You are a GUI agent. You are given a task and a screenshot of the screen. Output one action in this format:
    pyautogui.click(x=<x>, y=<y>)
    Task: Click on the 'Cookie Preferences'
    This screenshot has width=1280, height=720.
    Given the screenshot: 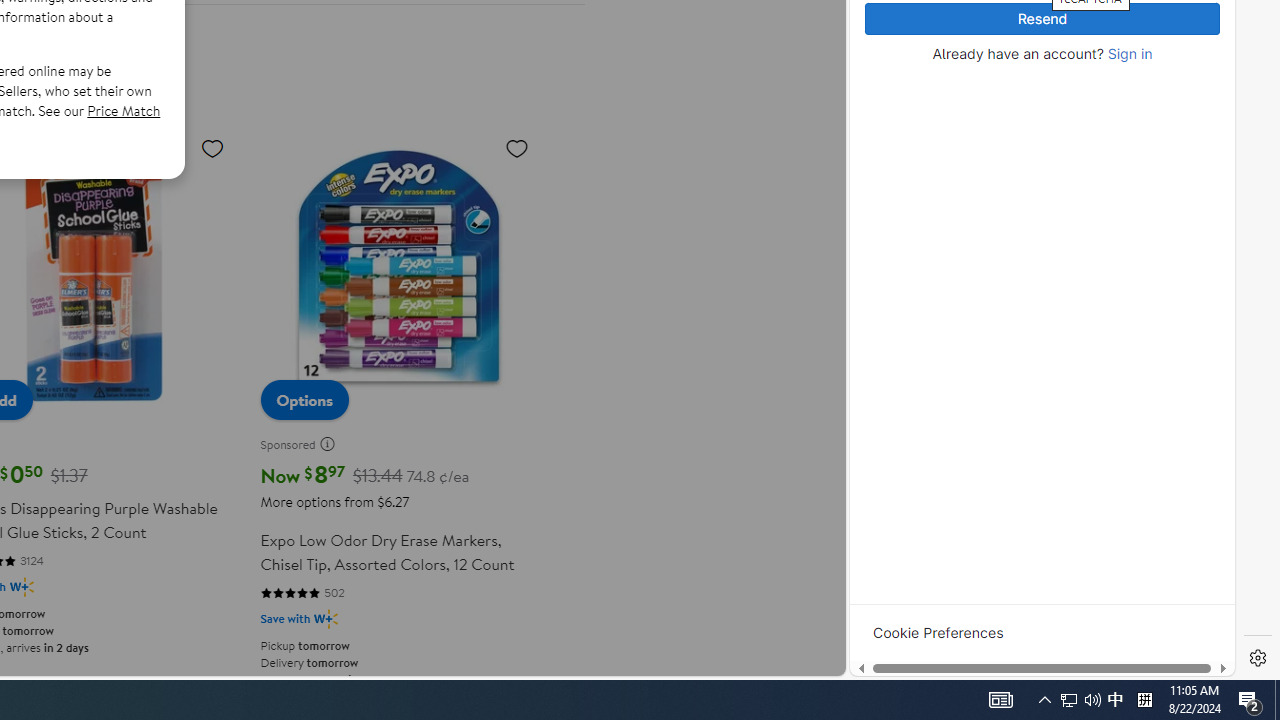 What is the action you would take?
    pyautogui.click(x=937, y=632)
    